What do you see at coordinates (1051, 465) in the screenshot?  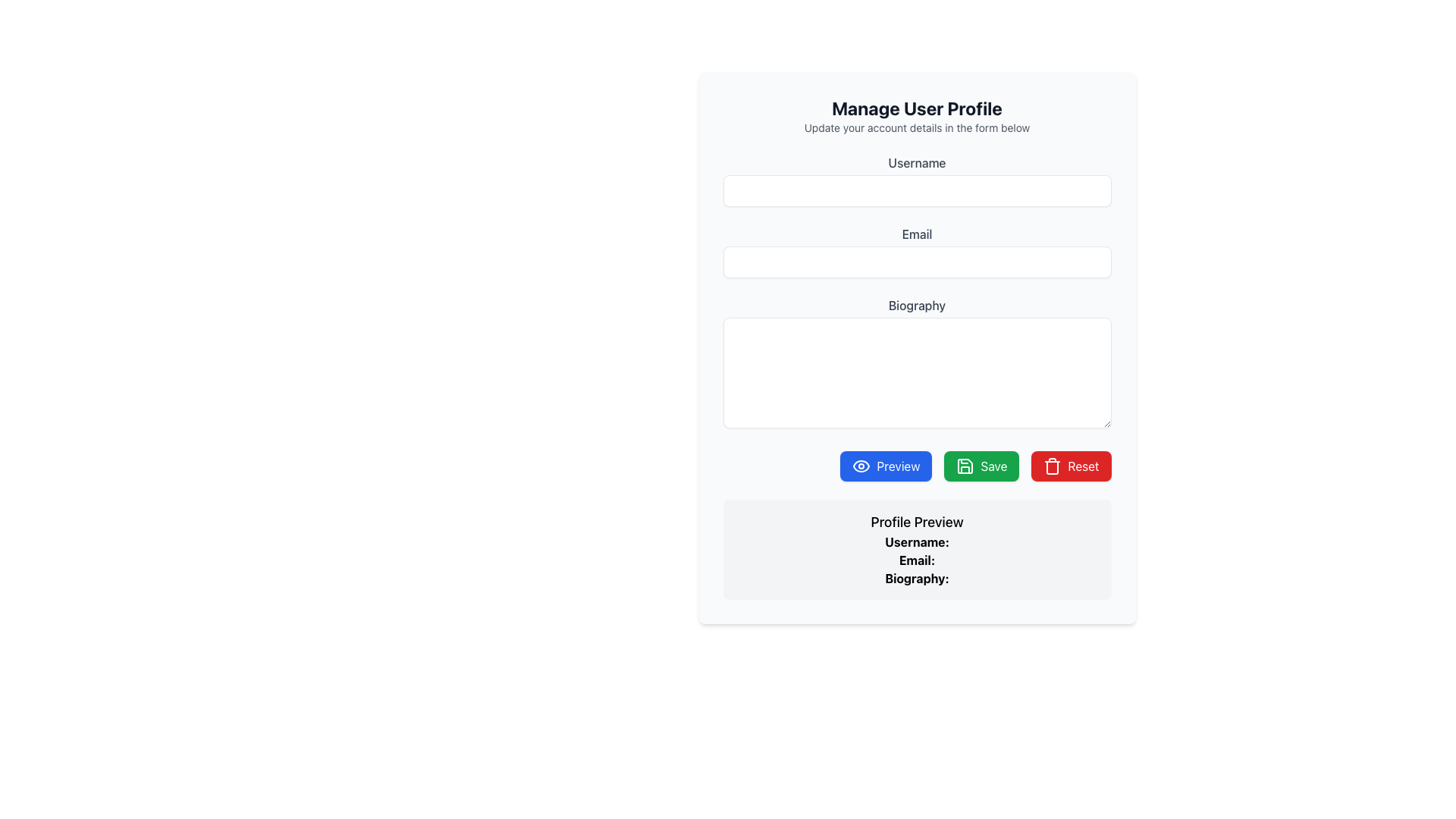 I see `the reset icon located within the Reset button at the bottom right of the form to initiate a reset action` at bounding box center [1051, 465].